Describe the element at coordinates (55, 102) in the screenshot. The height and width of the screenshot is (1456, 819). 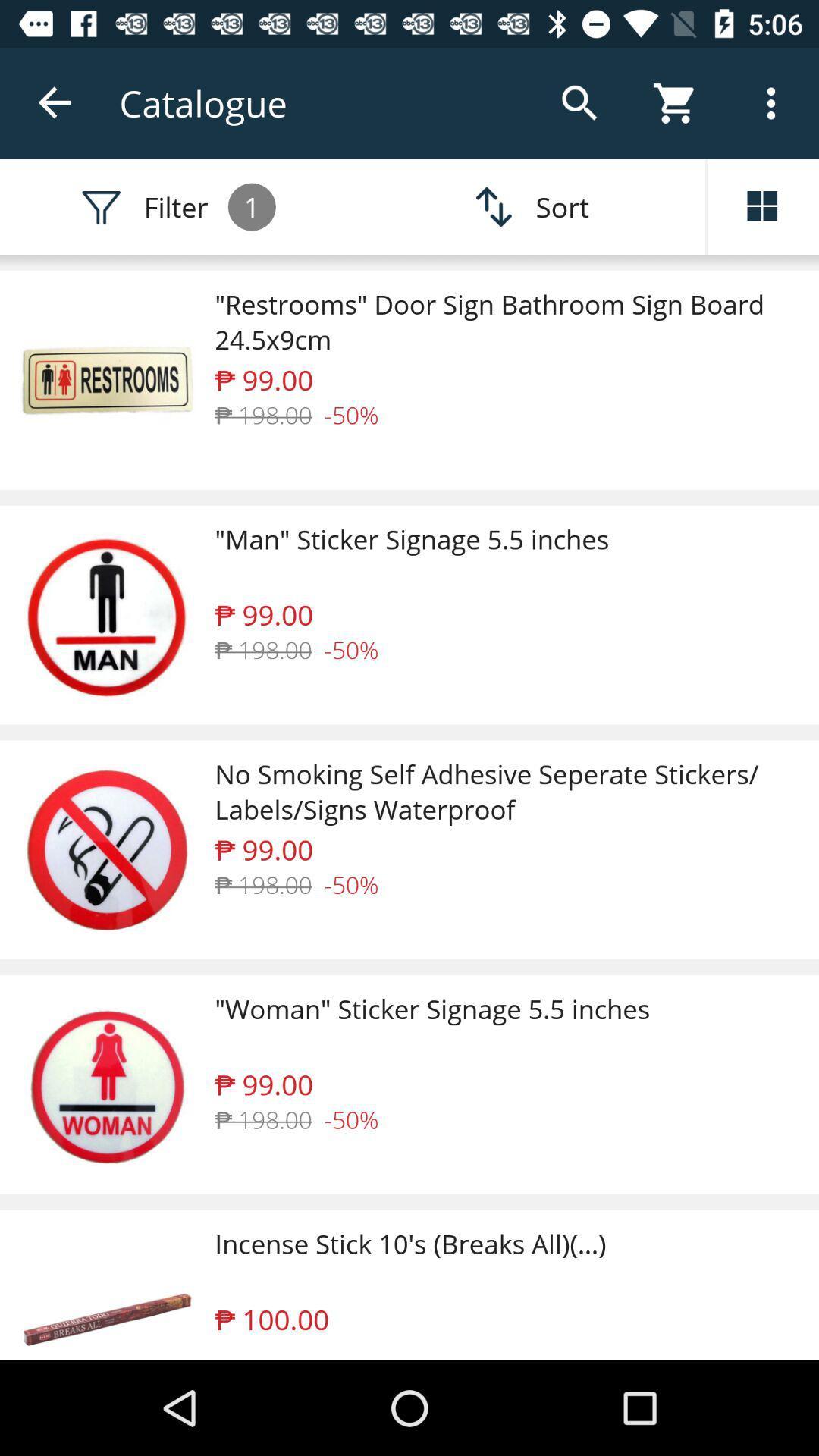
I see `go back` at that location.